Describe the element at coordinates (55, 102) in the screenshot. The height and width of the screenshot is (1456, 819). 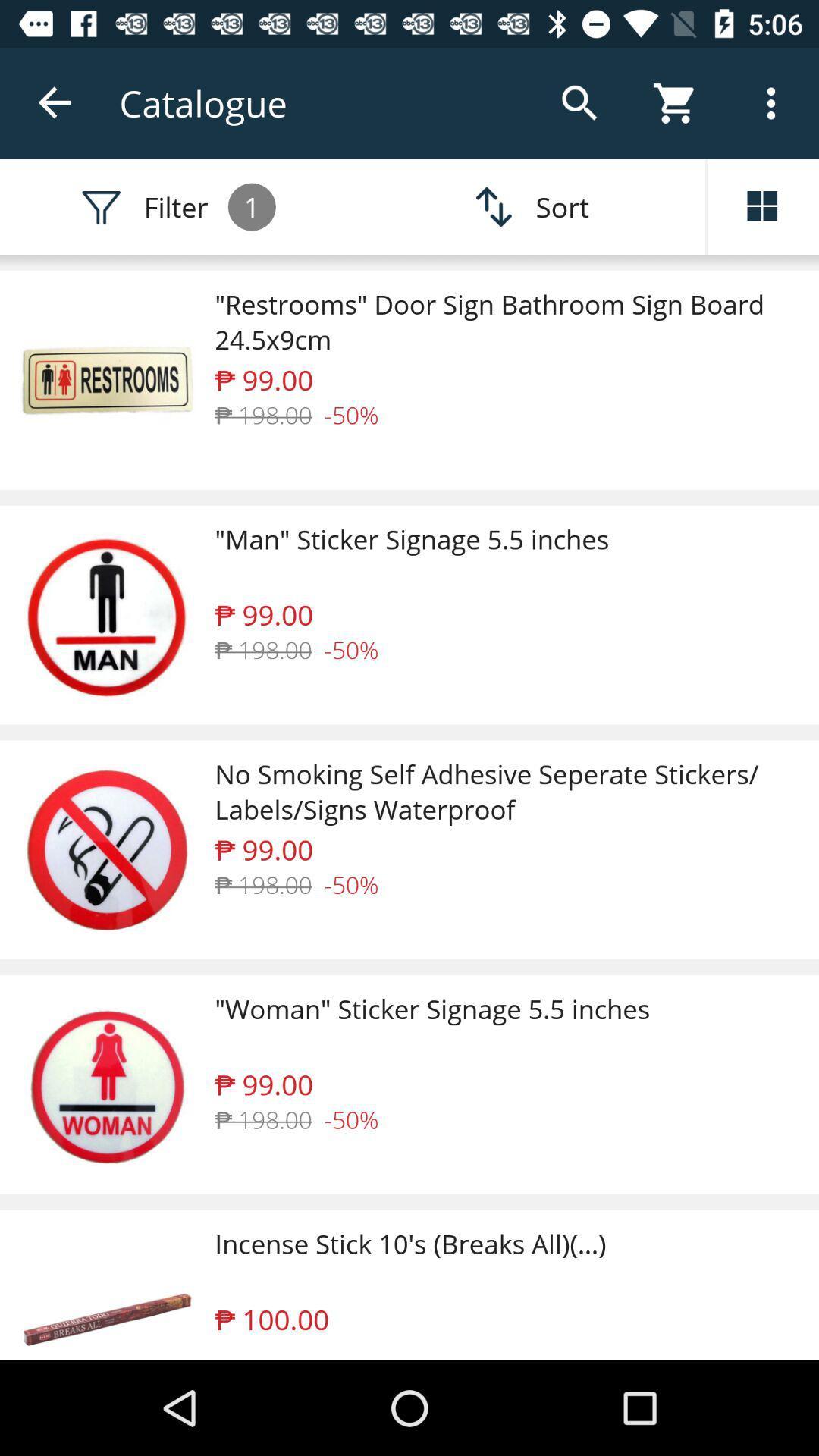
I see `go back` at that location.